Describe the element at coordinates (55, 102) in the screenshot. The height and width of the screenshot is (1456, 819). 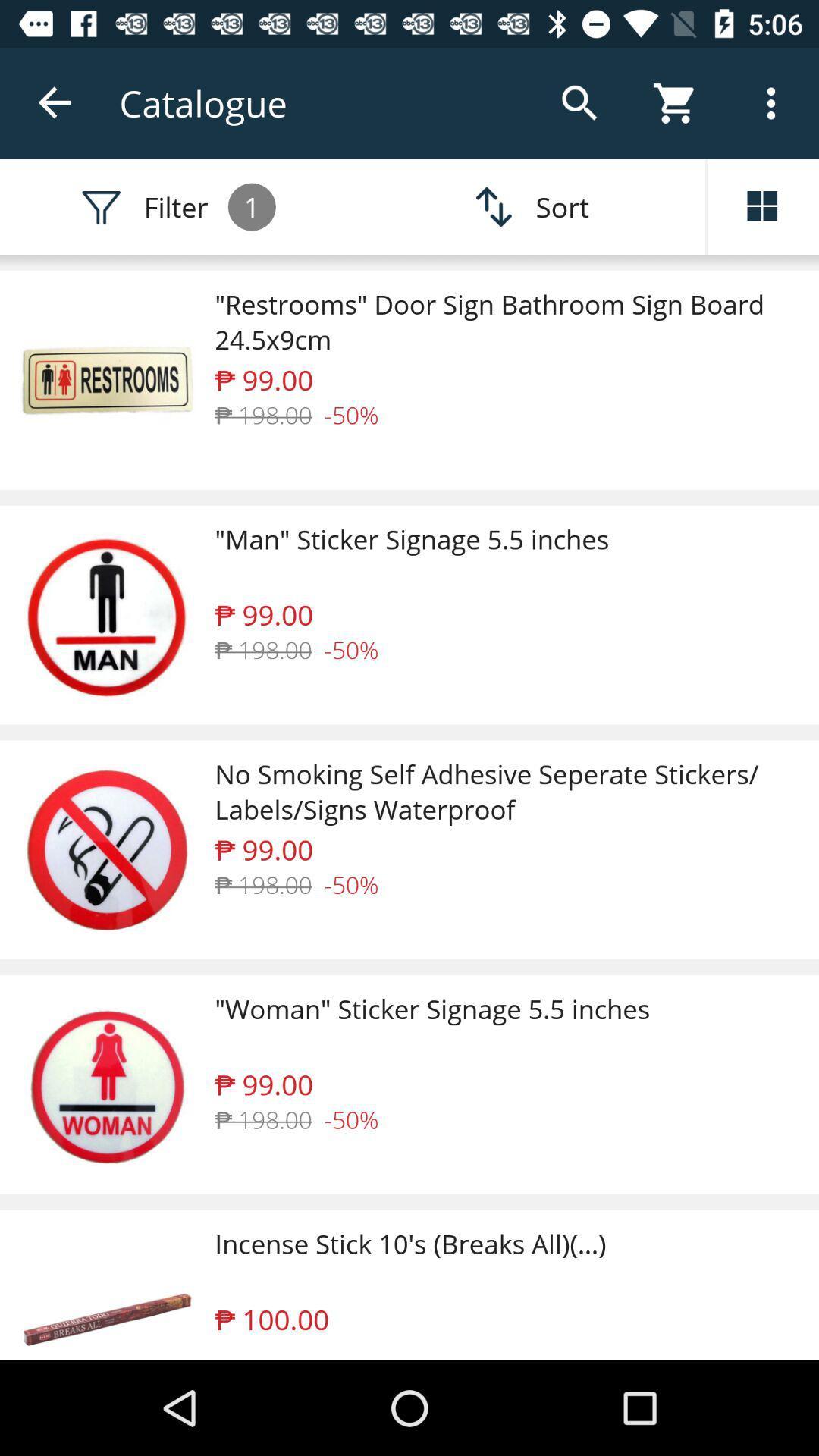
I see `go back` at that location.